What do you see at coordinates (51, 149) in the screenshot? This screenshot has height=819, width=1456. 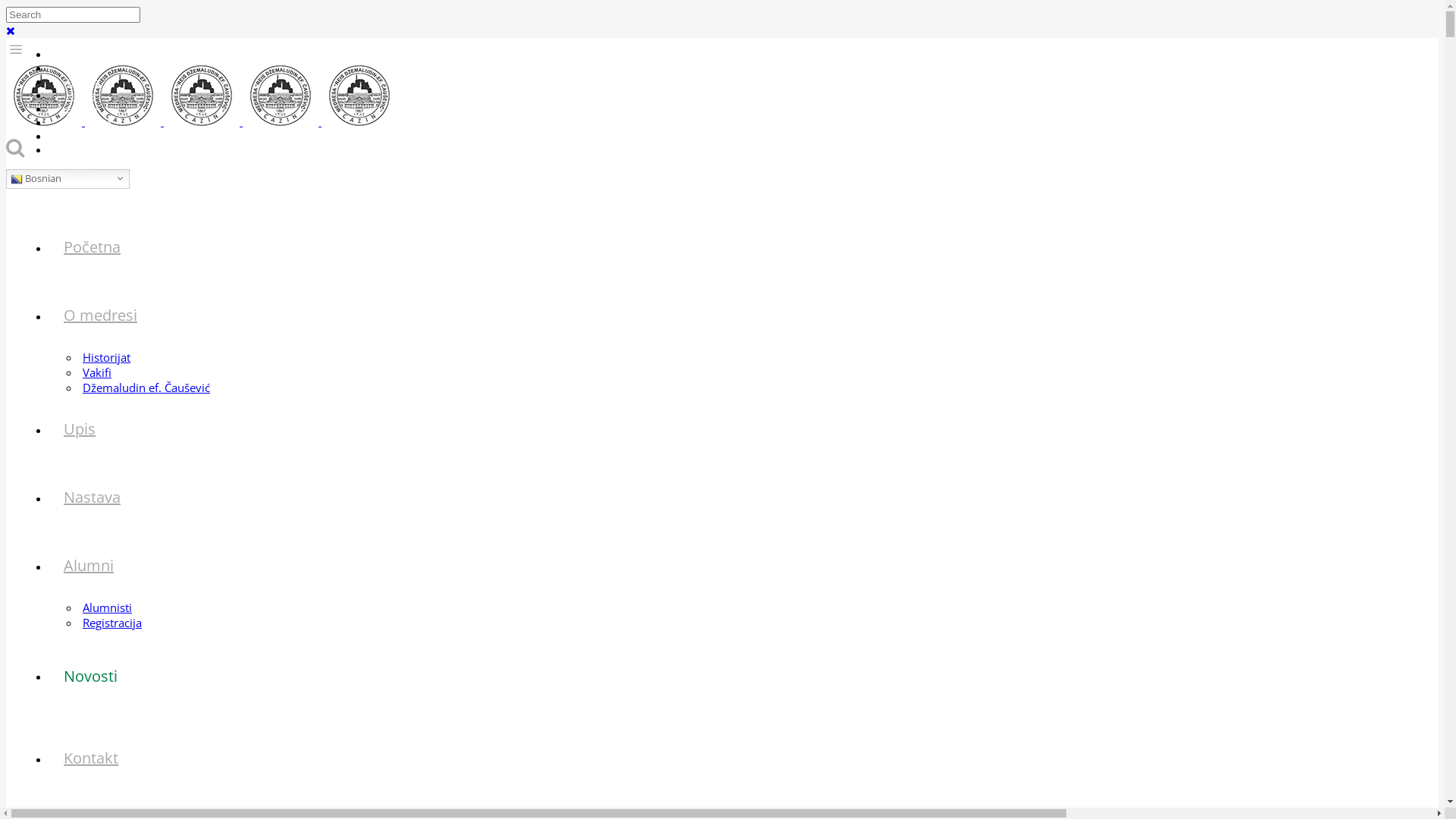 I see `'Prijava'` at bounding box center [51, 149].